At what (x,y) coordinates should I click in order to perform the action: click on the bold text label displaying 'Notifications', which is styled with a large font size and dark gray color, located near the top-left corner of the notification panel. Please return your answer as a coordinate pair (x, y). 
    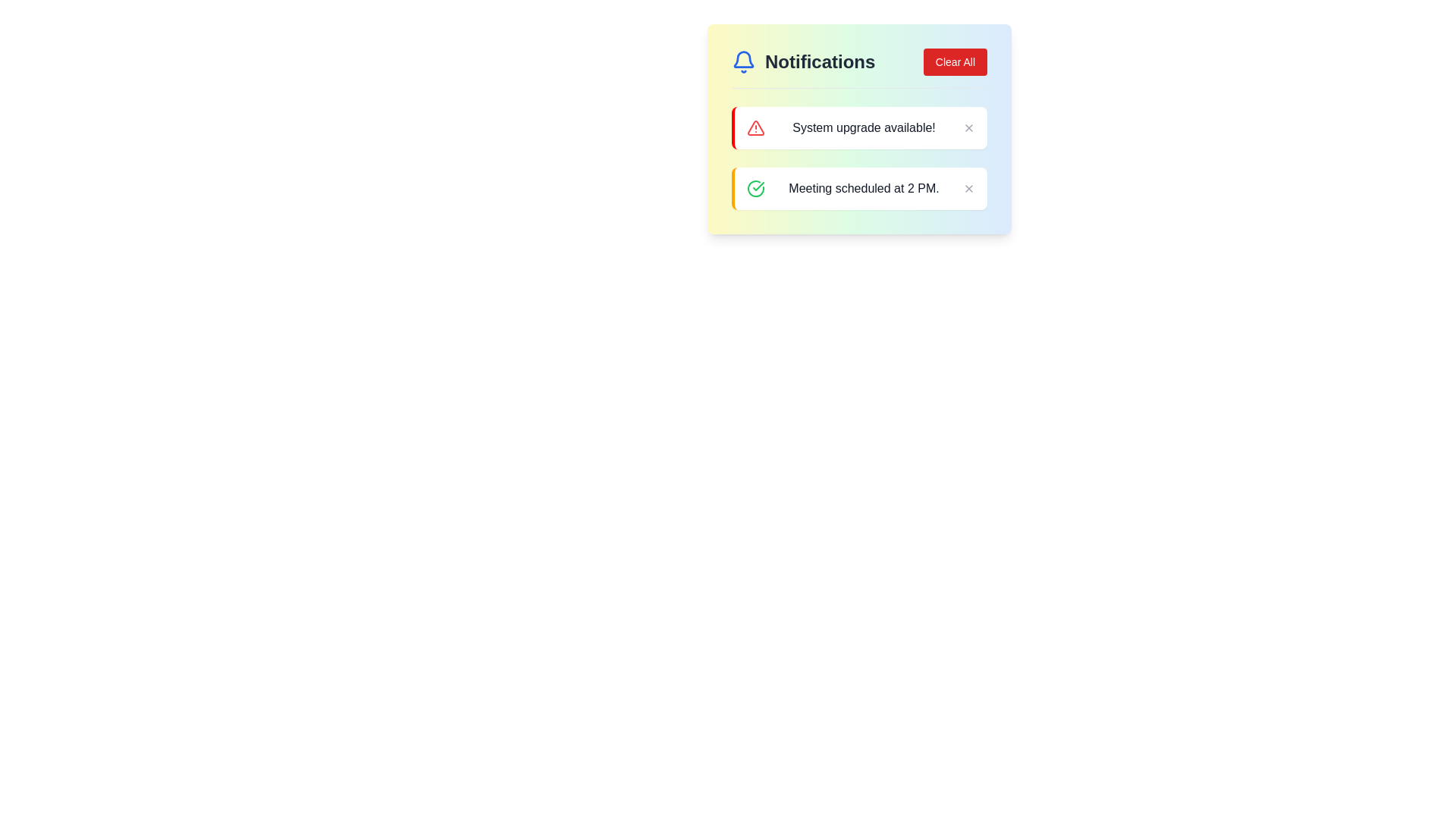
    Looking at the image, I should click on (819, 61).